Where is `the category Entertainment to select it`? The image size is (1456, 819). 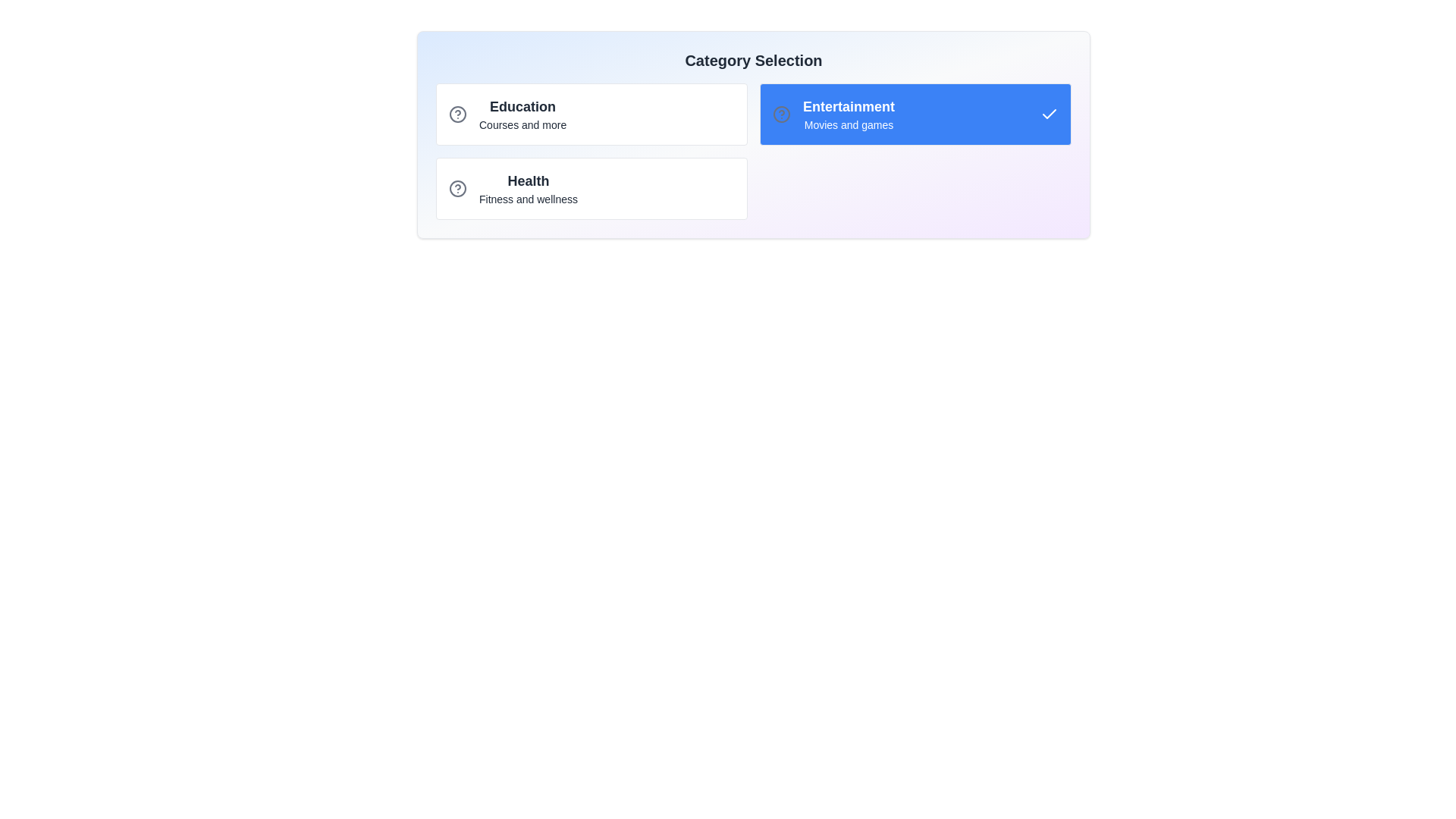 the category Entertainment to select it is located at coordinates (915, 113).